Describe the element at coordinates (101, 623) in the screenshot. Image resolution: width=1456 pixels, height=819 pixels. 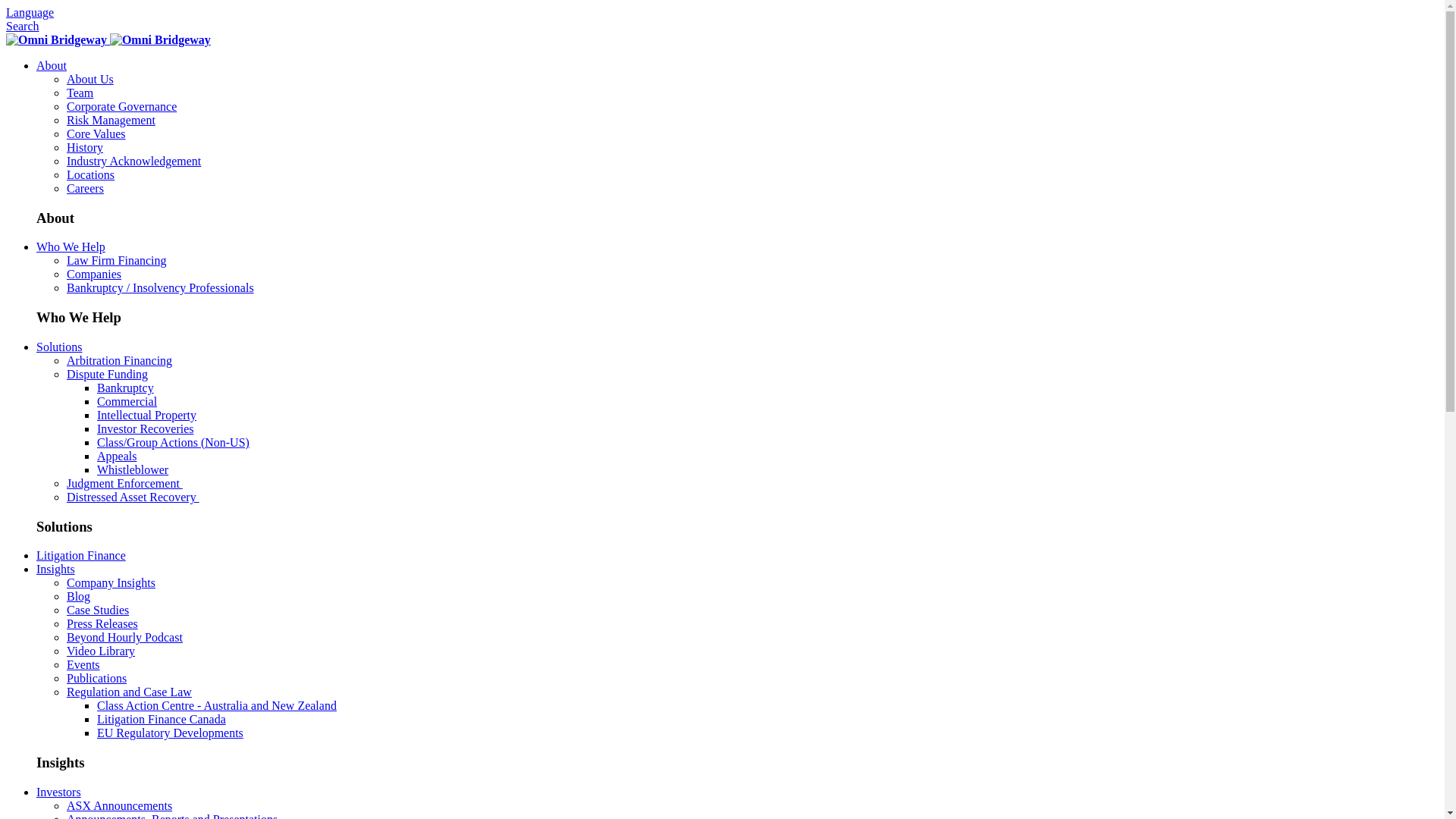
I see `'Press Releases'` at that location.